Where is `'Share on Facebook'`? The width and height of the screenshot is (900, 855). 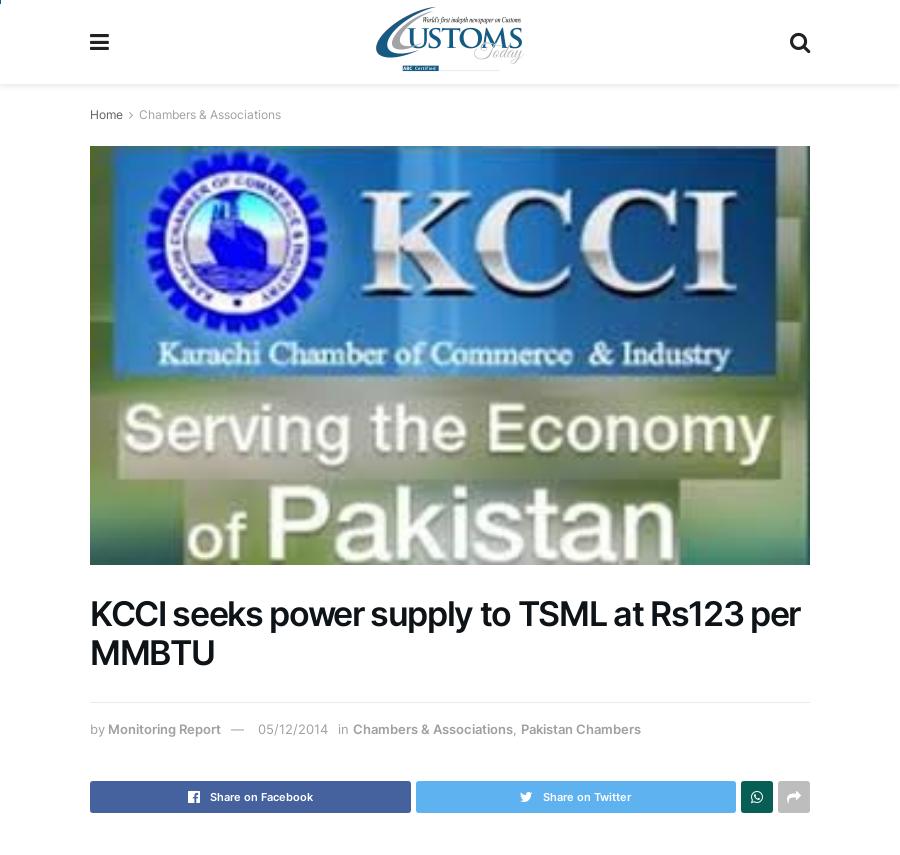 'Share on Facebook' is located at coordinates (259, 796).